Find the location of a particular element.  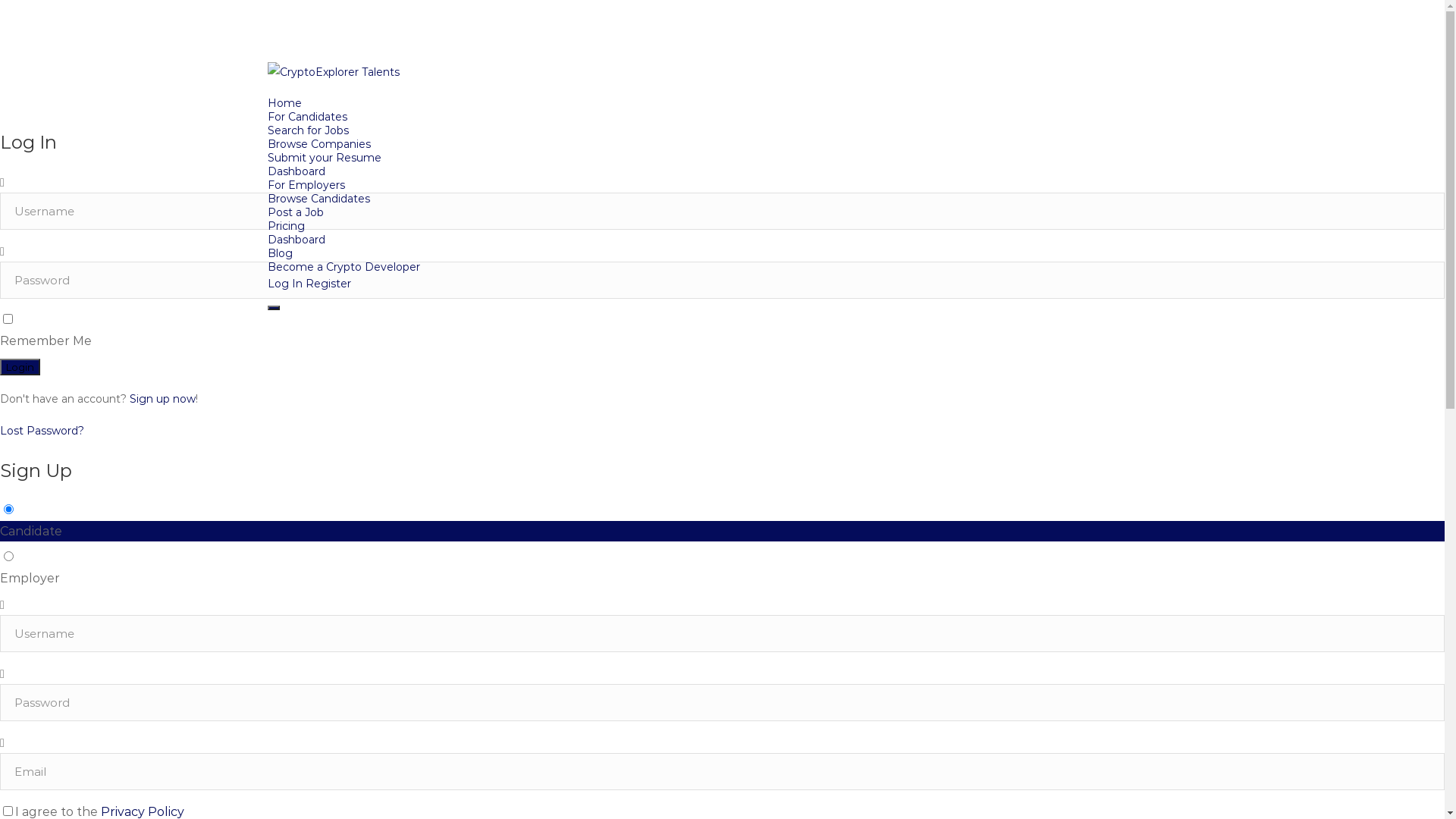

'For Employers' is located at coordinates (305, 184).